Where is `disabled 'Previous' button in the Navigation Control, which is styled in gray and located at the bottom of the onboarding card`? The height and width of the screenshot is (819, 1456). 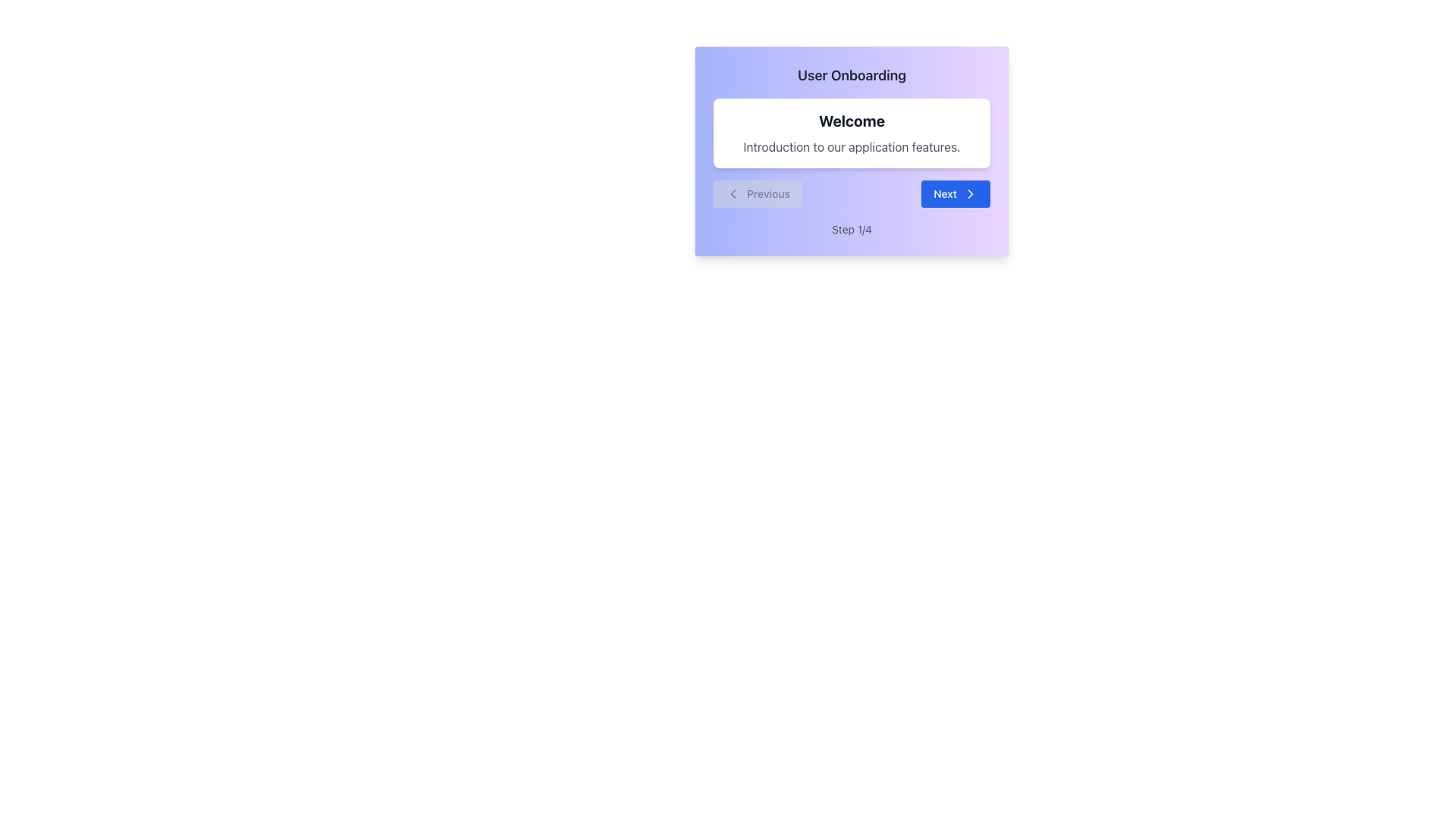 disabled 'Previous' button in the Navigation Control, which is styled in gray and located at the bottom of the onboarding card is located at coordinates (852, 193).